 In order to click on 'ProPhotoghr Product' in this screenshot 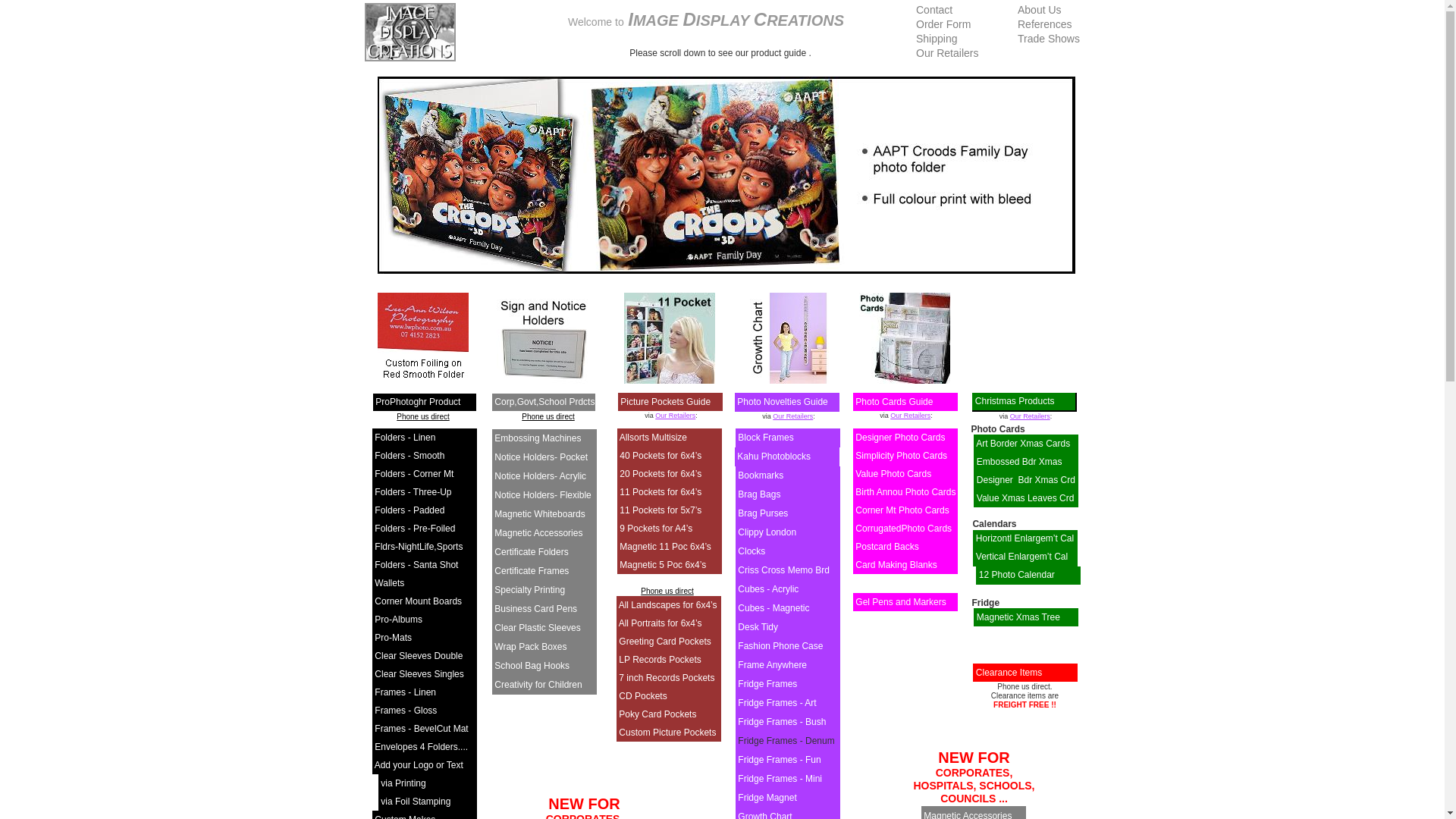, I will do `click(375, 400)`.